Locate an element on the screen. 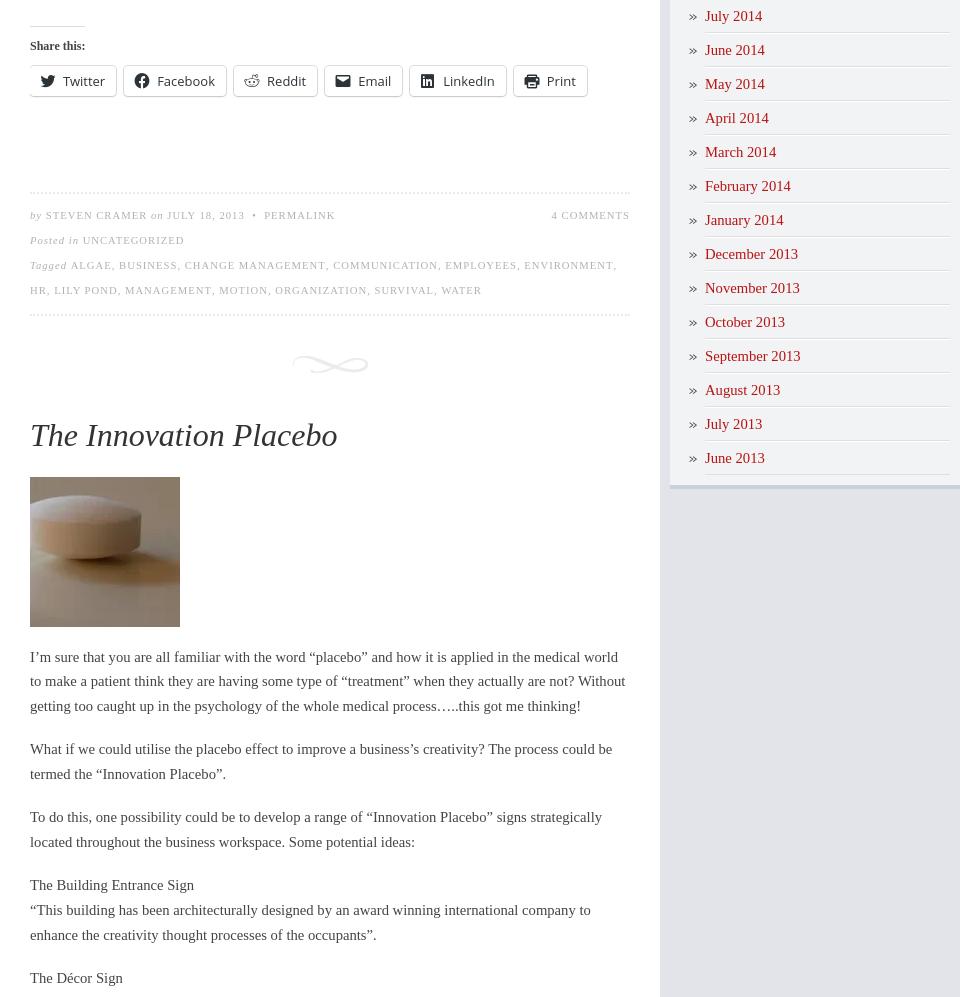 This screenshot has width=960, height=997. 'water' is located at coordinates (460, 290).